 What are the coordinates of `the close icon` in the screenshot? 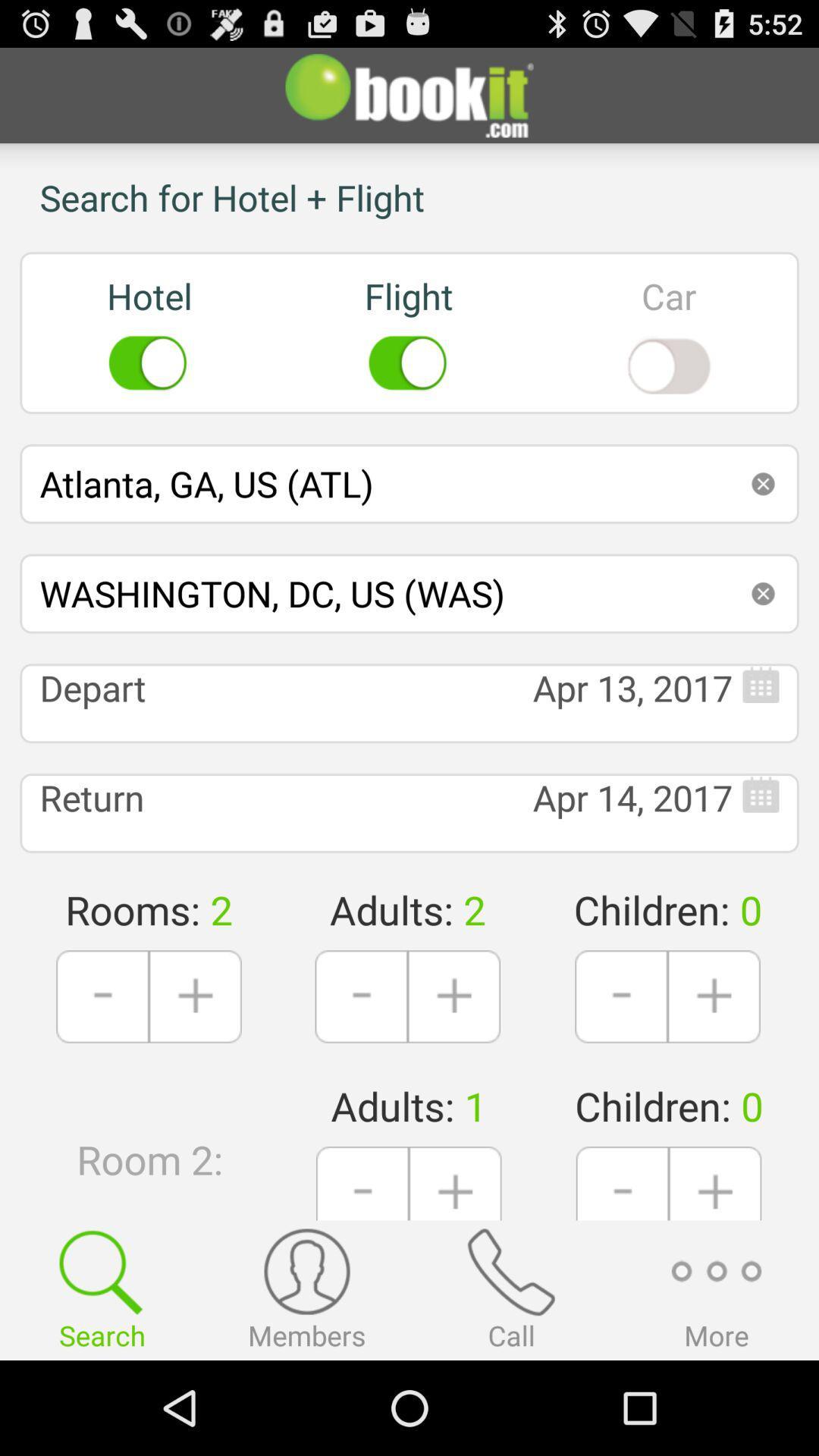 It's located at (763, 635).